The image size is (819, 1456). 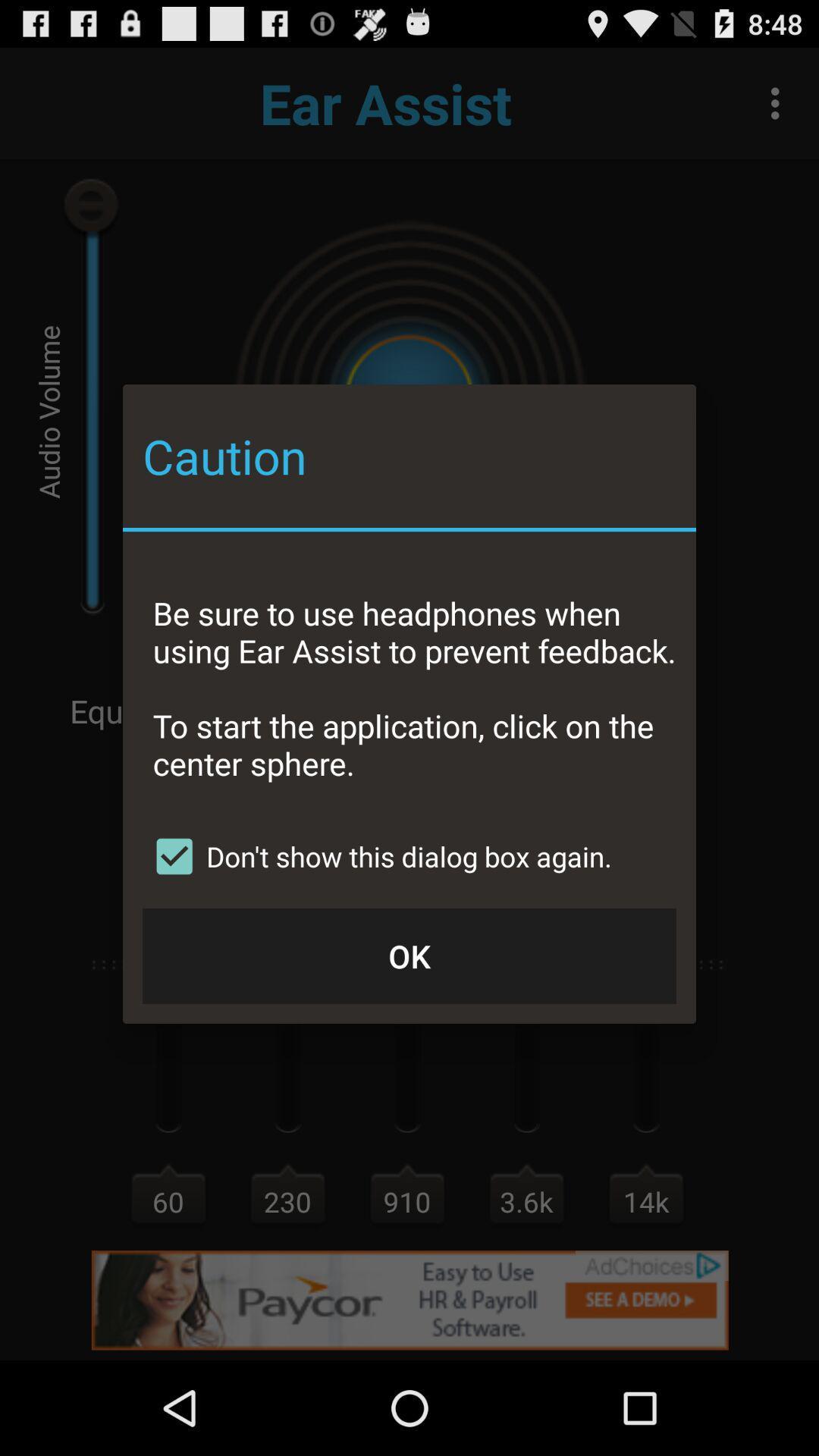 I want to click on the item above ok icon, so click(x=376, y=856).